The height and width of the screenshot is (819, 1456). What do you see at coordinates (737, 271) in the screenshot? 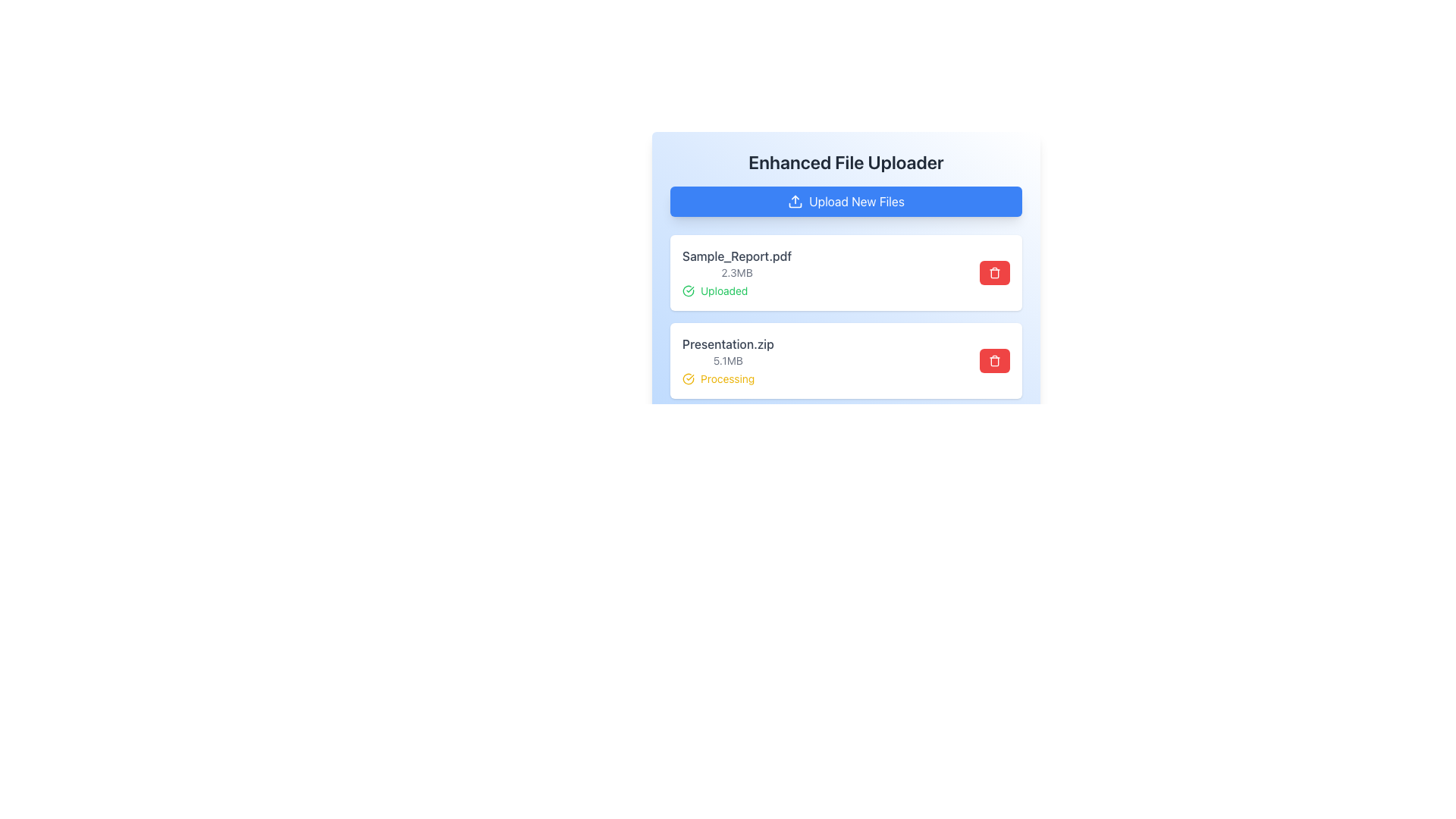
I see `the text element that provides information about the size of the file 'Sample_Report.pdf', which is 2.3MB, located between 'Sample_Report.pdf' and 'Uploaded'` at bounding box center [737, 271].